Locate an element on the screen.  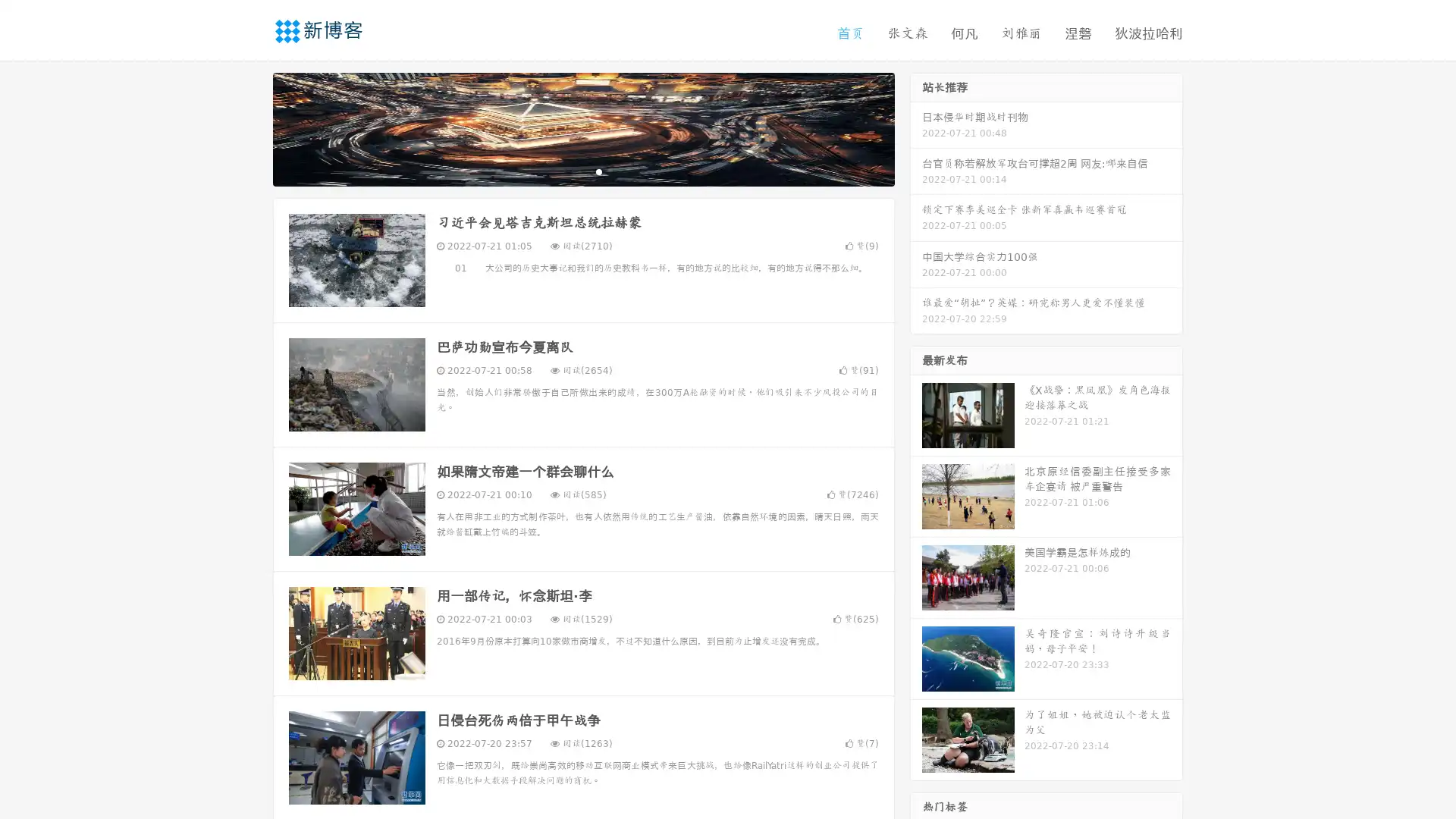
Go to slide 2 is located at coordinates (582, 171).